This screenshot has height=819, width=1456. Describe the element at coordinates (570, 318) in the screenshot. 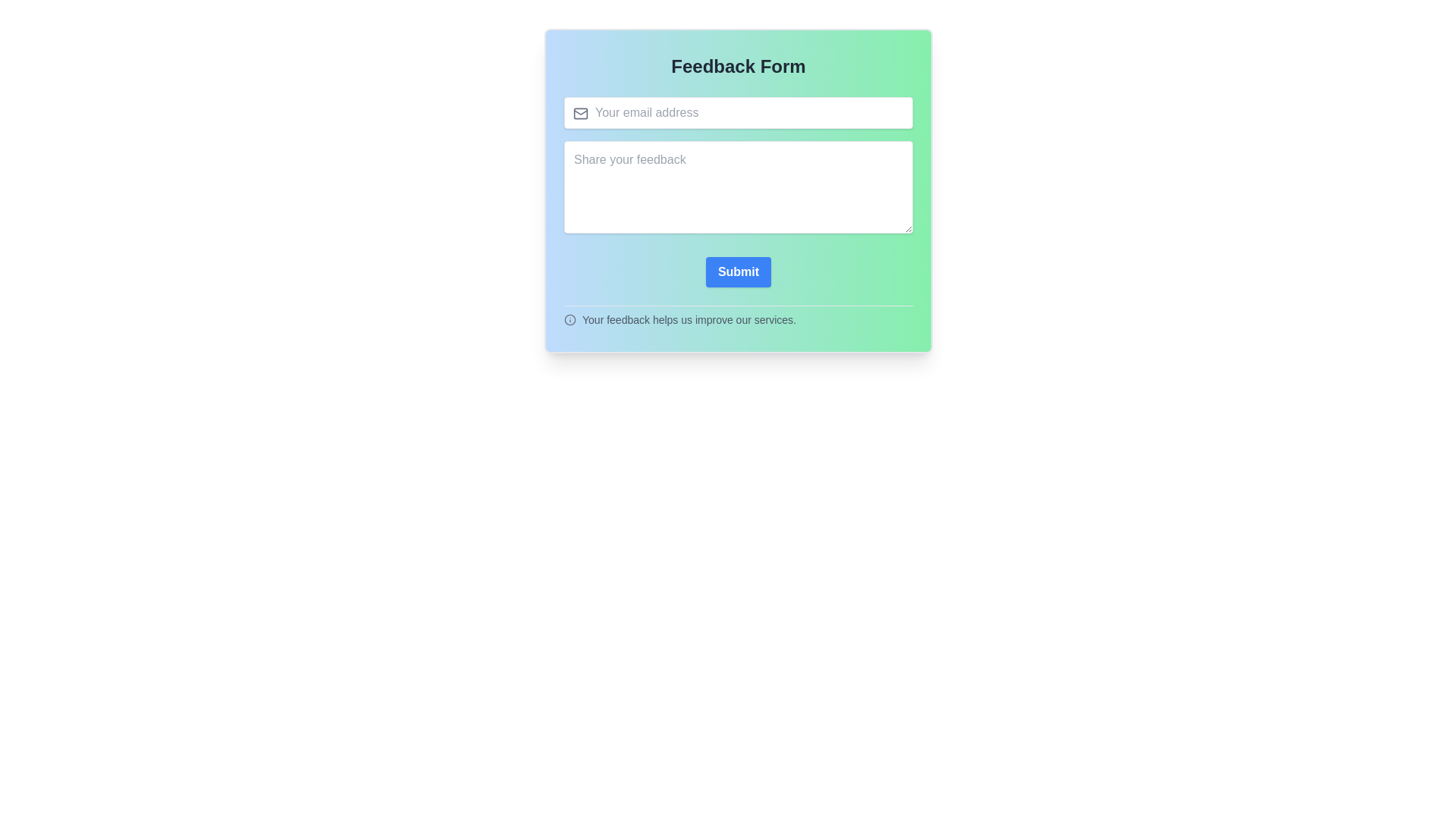

I see `the circular icon background element positioned at the bottom-left corner of the feedback-related text 'Your feedback helps us improve our services.'` at that location.